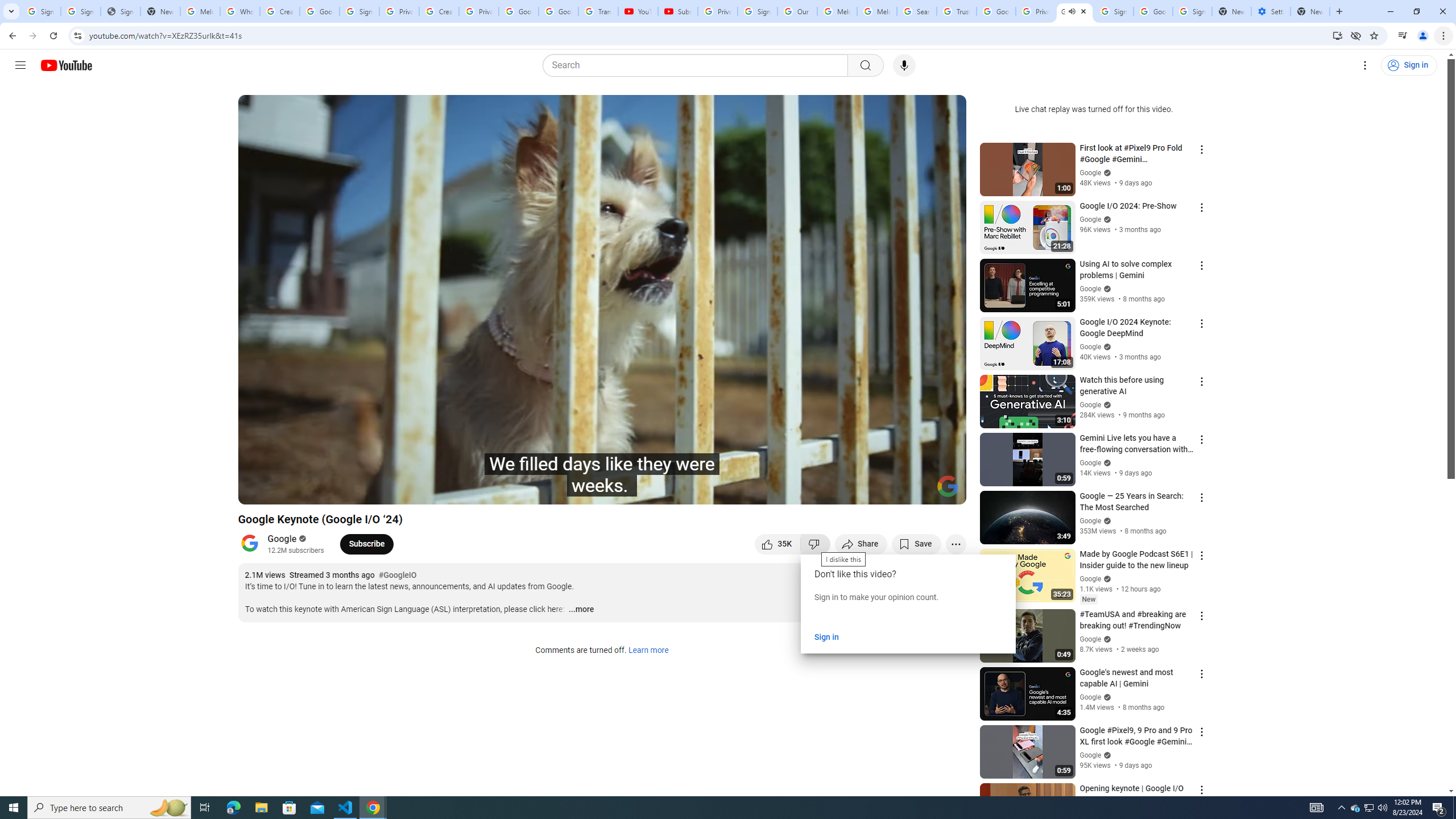 This screenshot has width=1456, height=819. I want to click on 'Pause (k)', so click(257, 490).